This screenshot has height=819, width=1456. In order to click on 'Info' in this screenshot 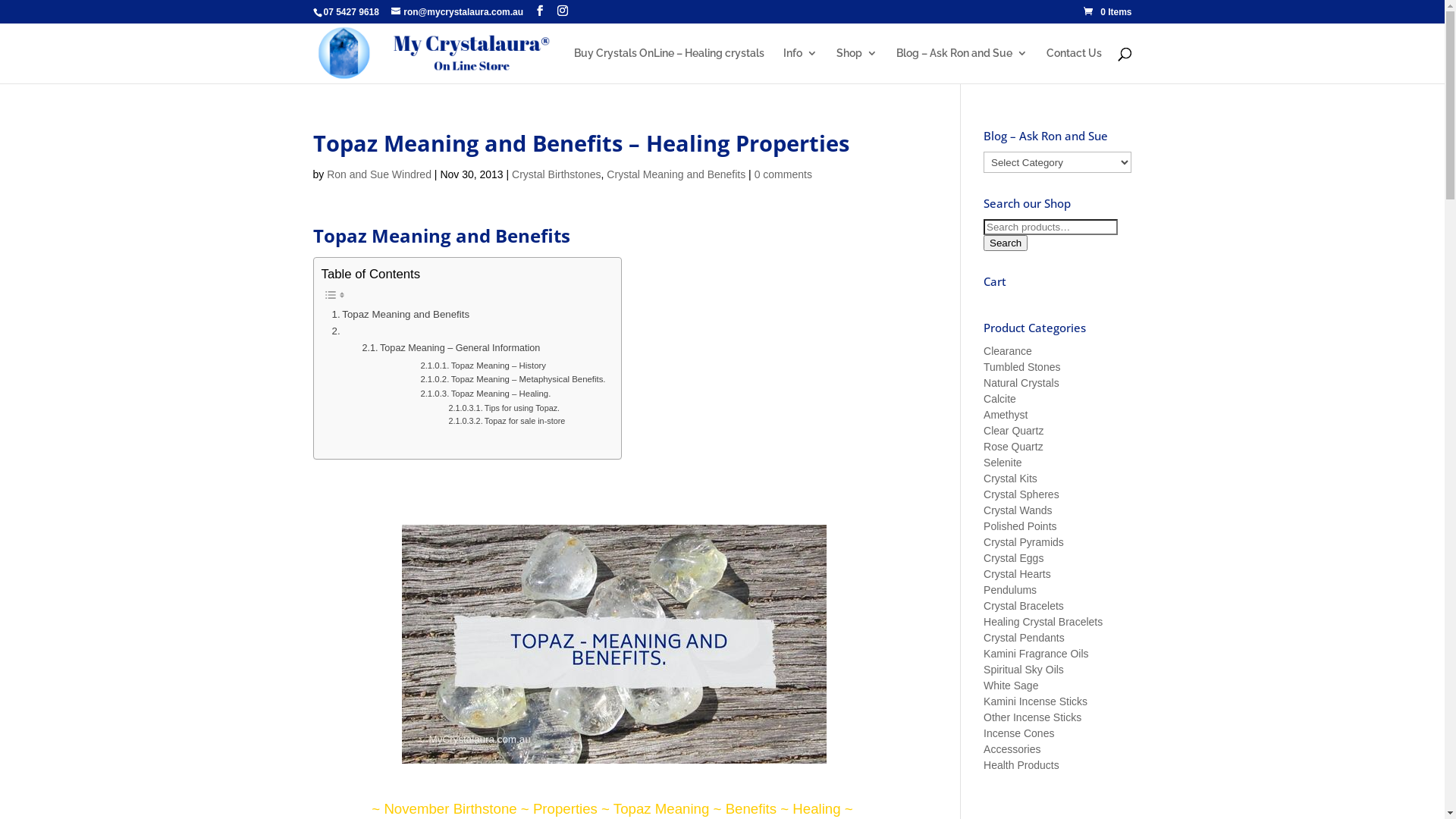, I will do `click(799, 64)`.